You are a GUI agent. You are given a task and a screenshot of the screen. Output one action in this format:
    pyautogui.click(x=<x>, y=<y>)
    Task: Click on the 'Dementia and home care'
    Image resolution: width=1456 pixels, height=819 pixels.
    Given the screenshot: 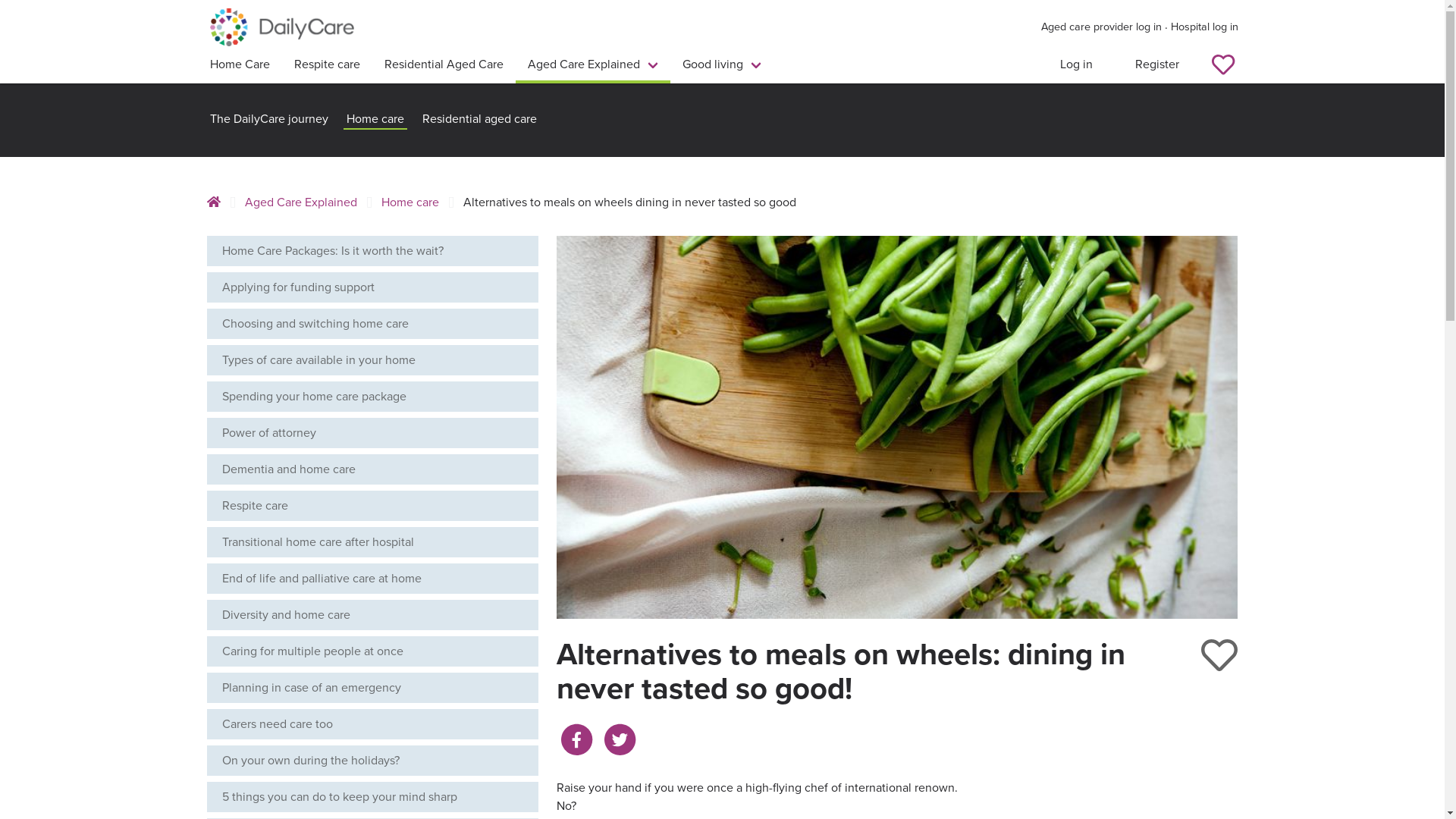 What is the action you would take?
    pyautogui.click(x=372, y=468)
    